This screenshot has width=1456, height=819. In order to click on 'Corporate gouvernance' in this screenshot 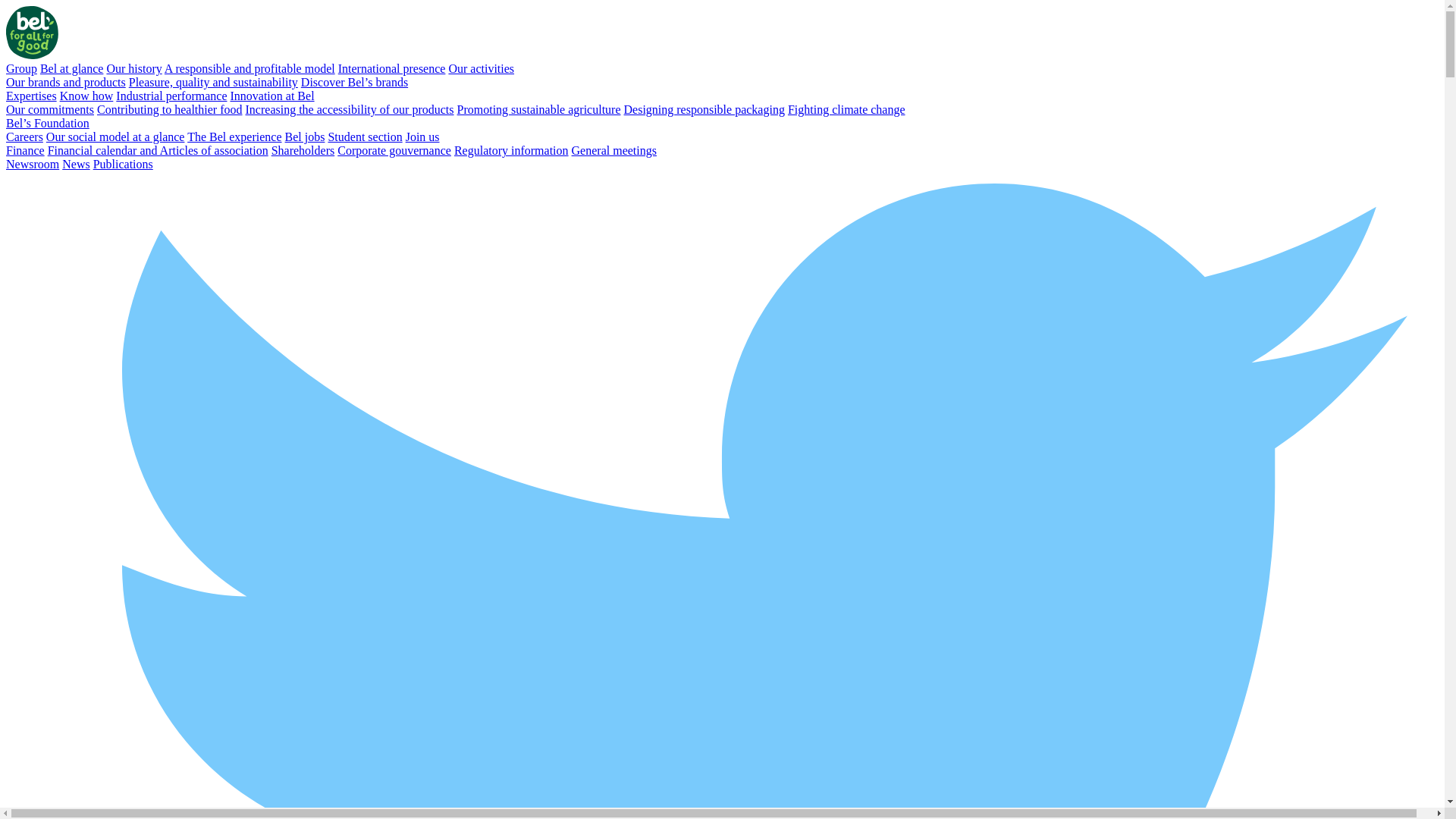, I will do `click(337, 150)`.